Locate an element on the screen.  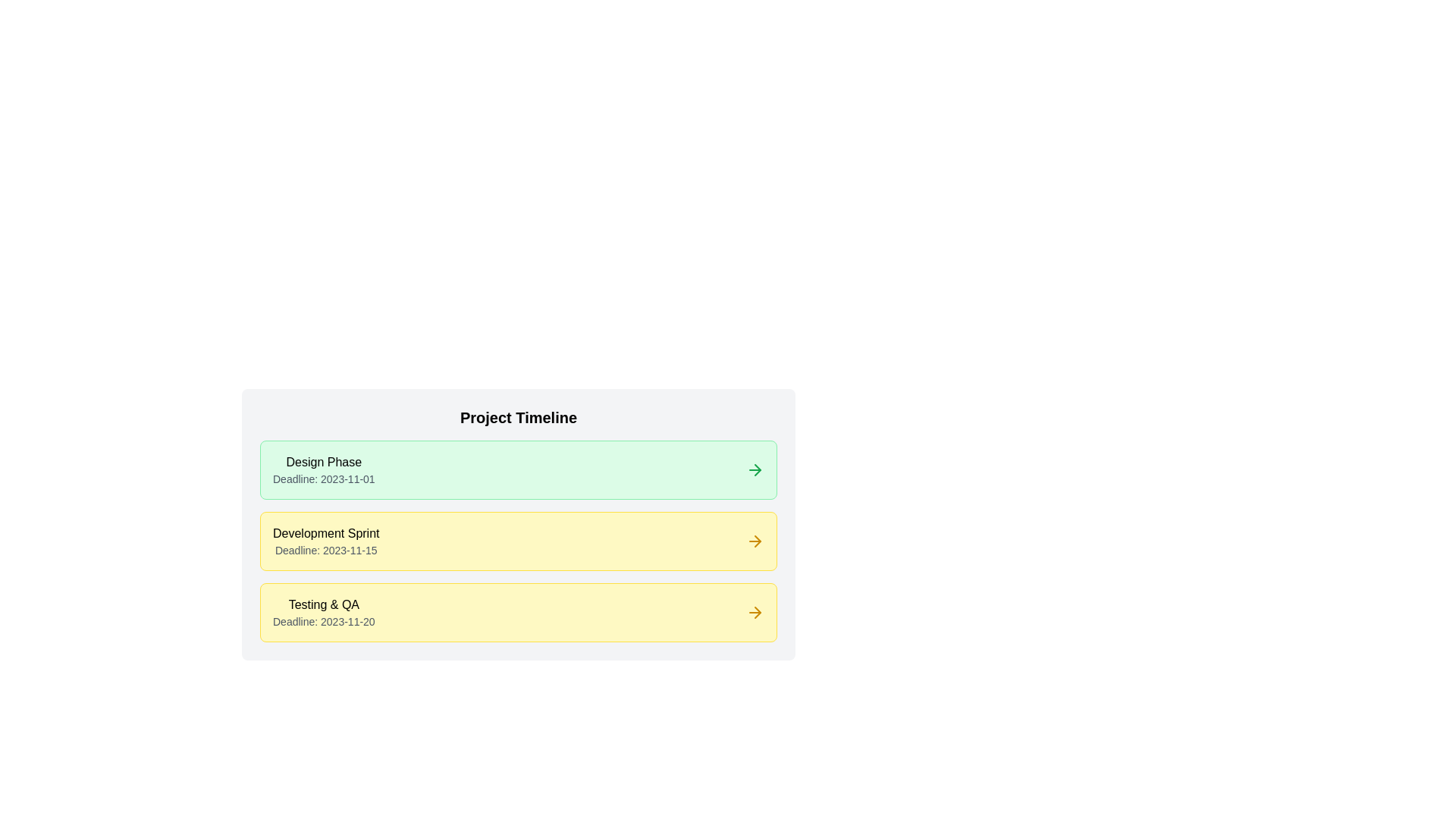
the arrow-shaped vector graphic element within the SVG that indicates navigation or progression in the development sprint box is located at coordinates (758, 540).